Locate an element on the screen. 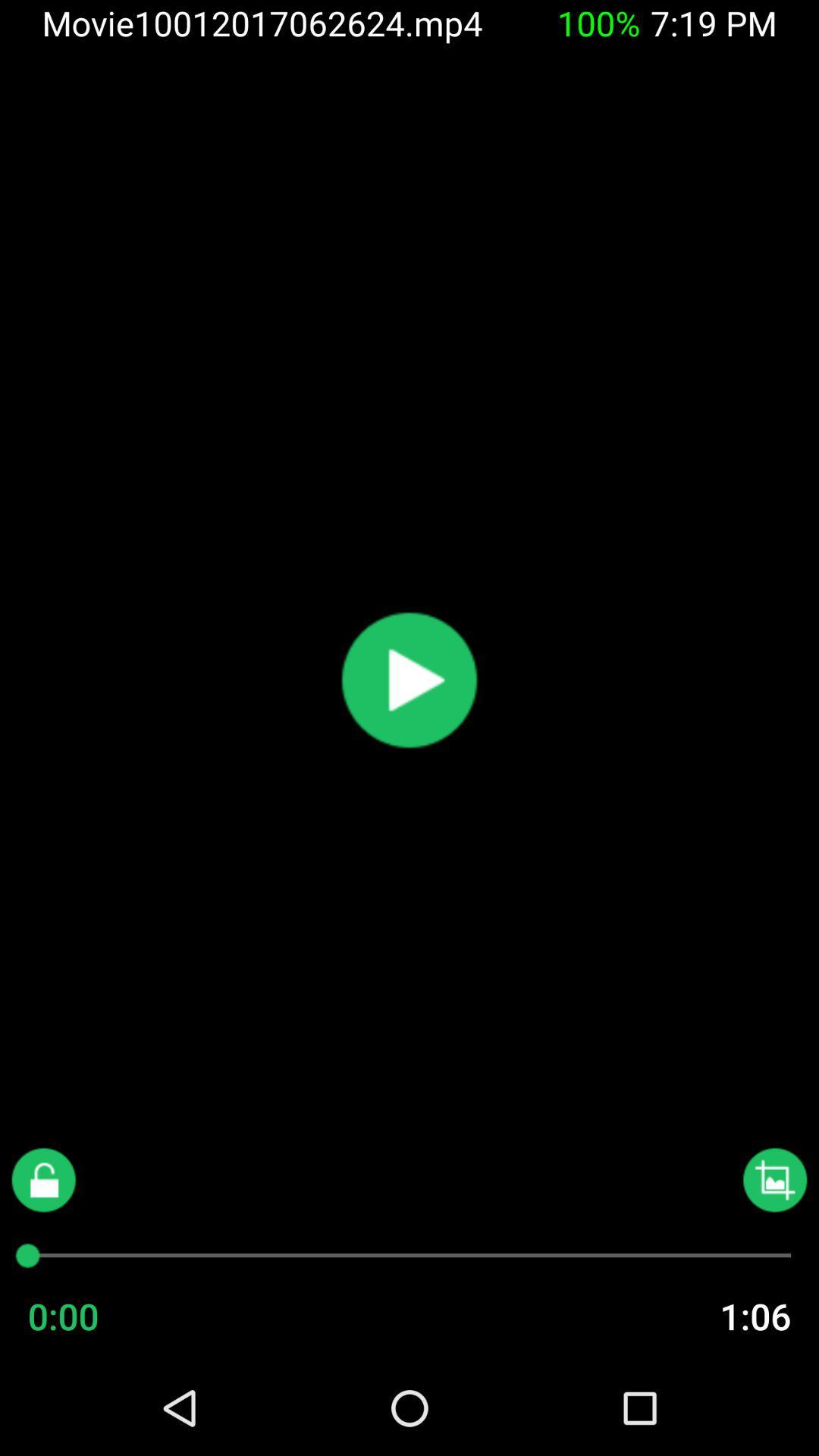  change video rotation is located at coordinates (775, 1179).